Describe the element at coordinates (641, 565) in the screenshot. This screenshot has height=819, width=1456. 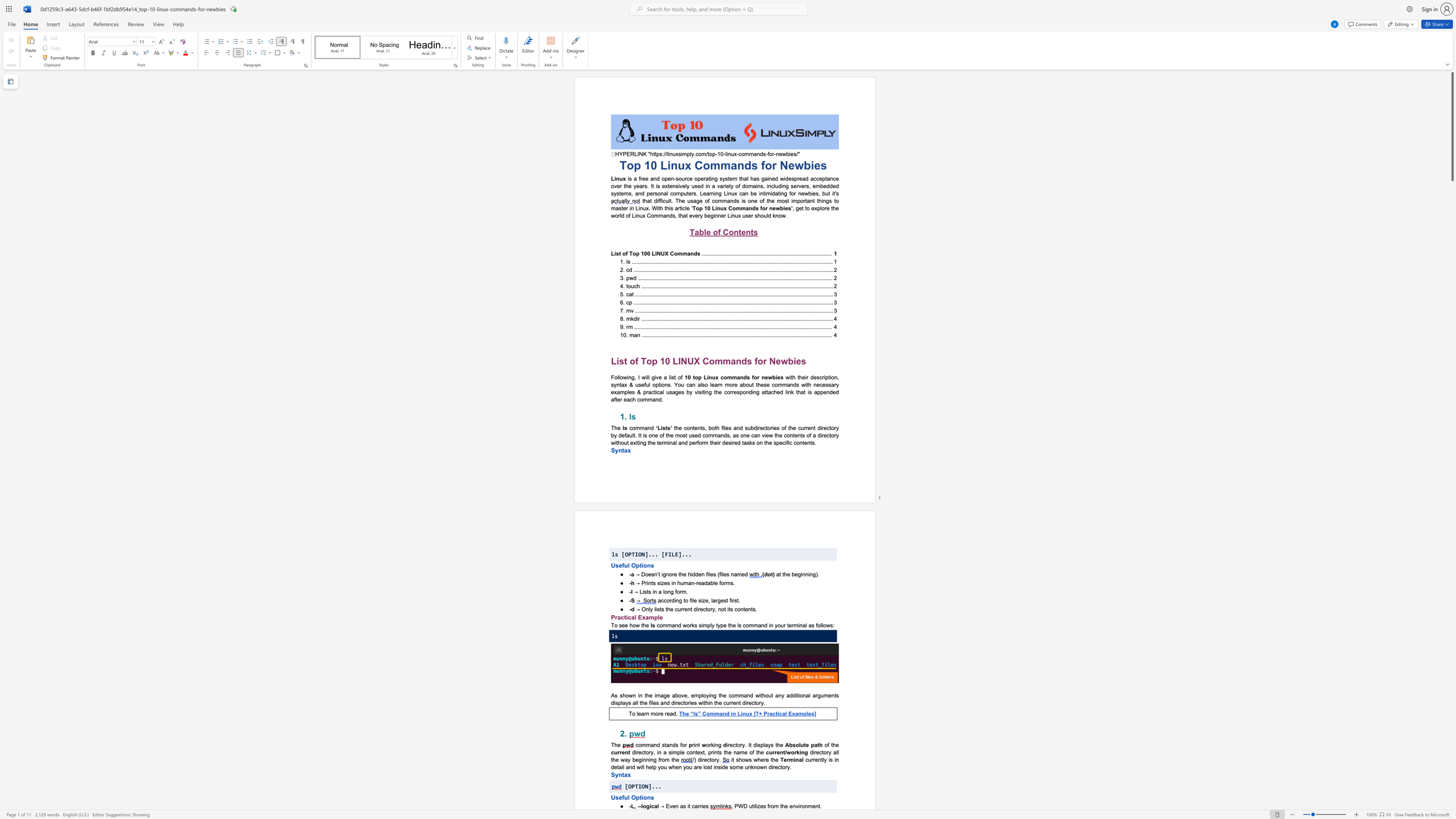
I see `the subset text "ions" within the text "Useful Options"` at that location.